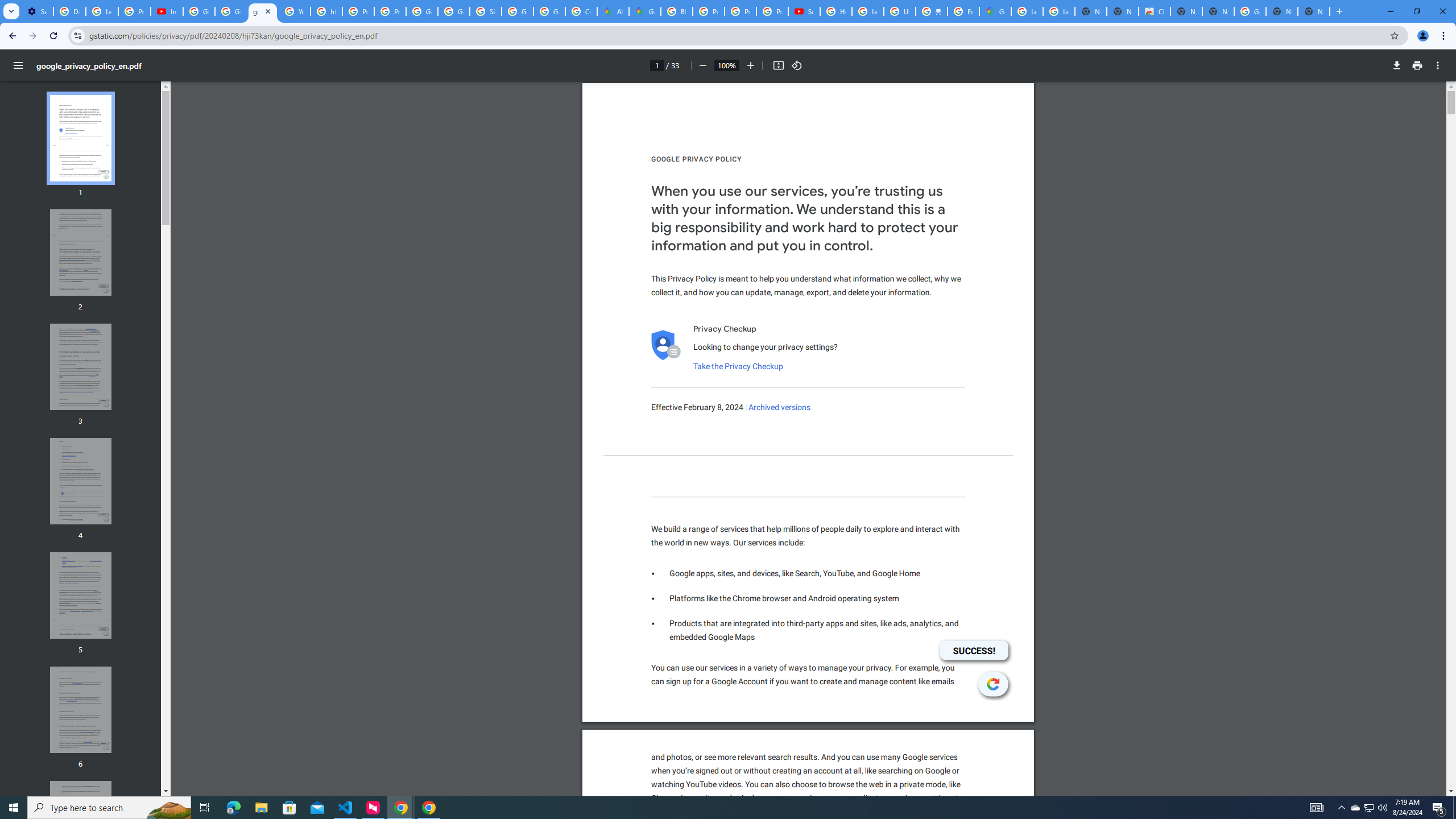  Describe the element at coordinates (676, 11) in the screenshot. I see `'Blogger Policies and Guidelines - Transparency Center'` at that location.